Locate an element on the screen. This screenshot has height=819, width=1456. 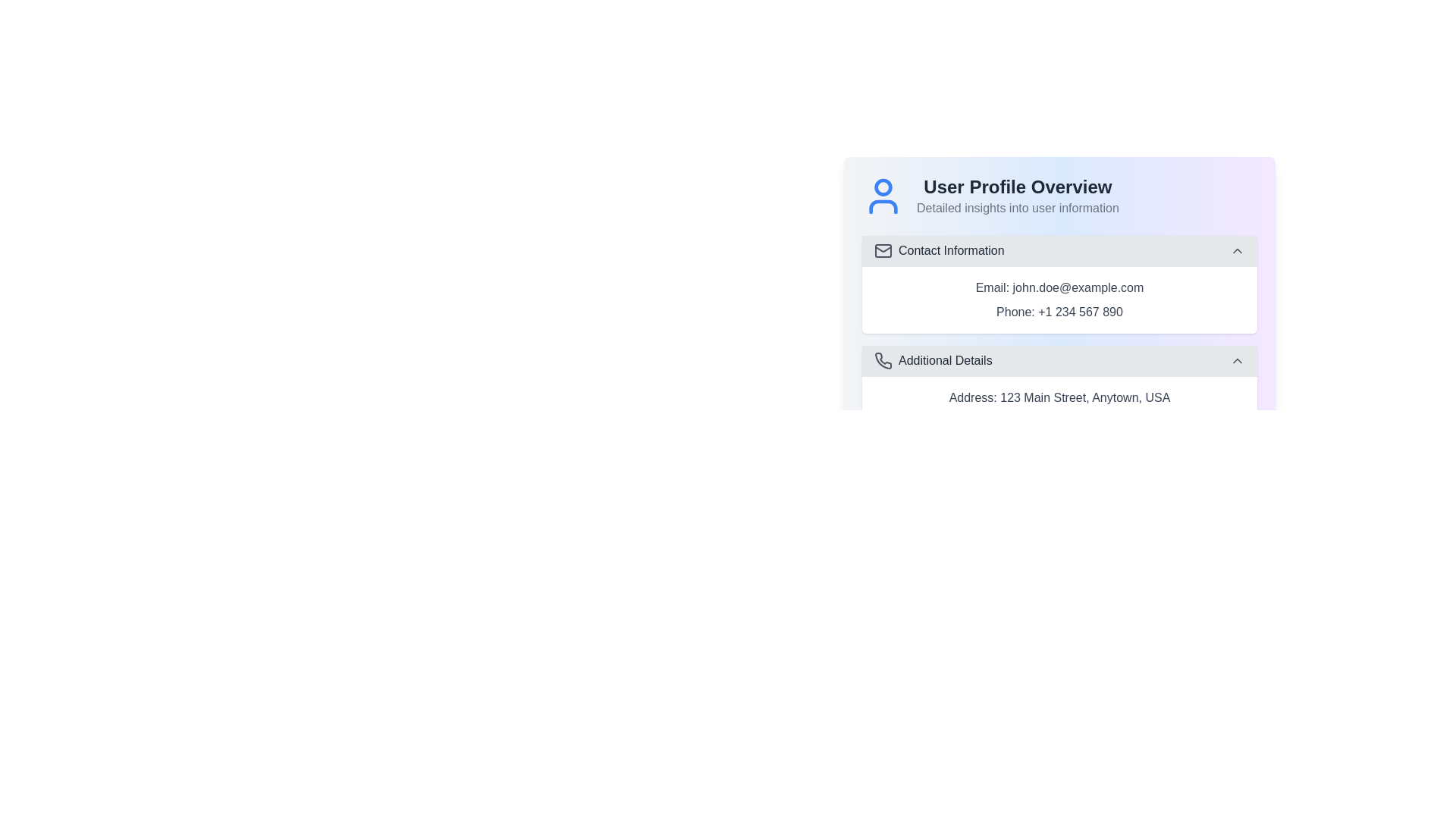
the text header displaying 'User Profile Overview', which is styled in bold, large dark gray font at the top of the user profile section is located at coordinates (1018, 186).